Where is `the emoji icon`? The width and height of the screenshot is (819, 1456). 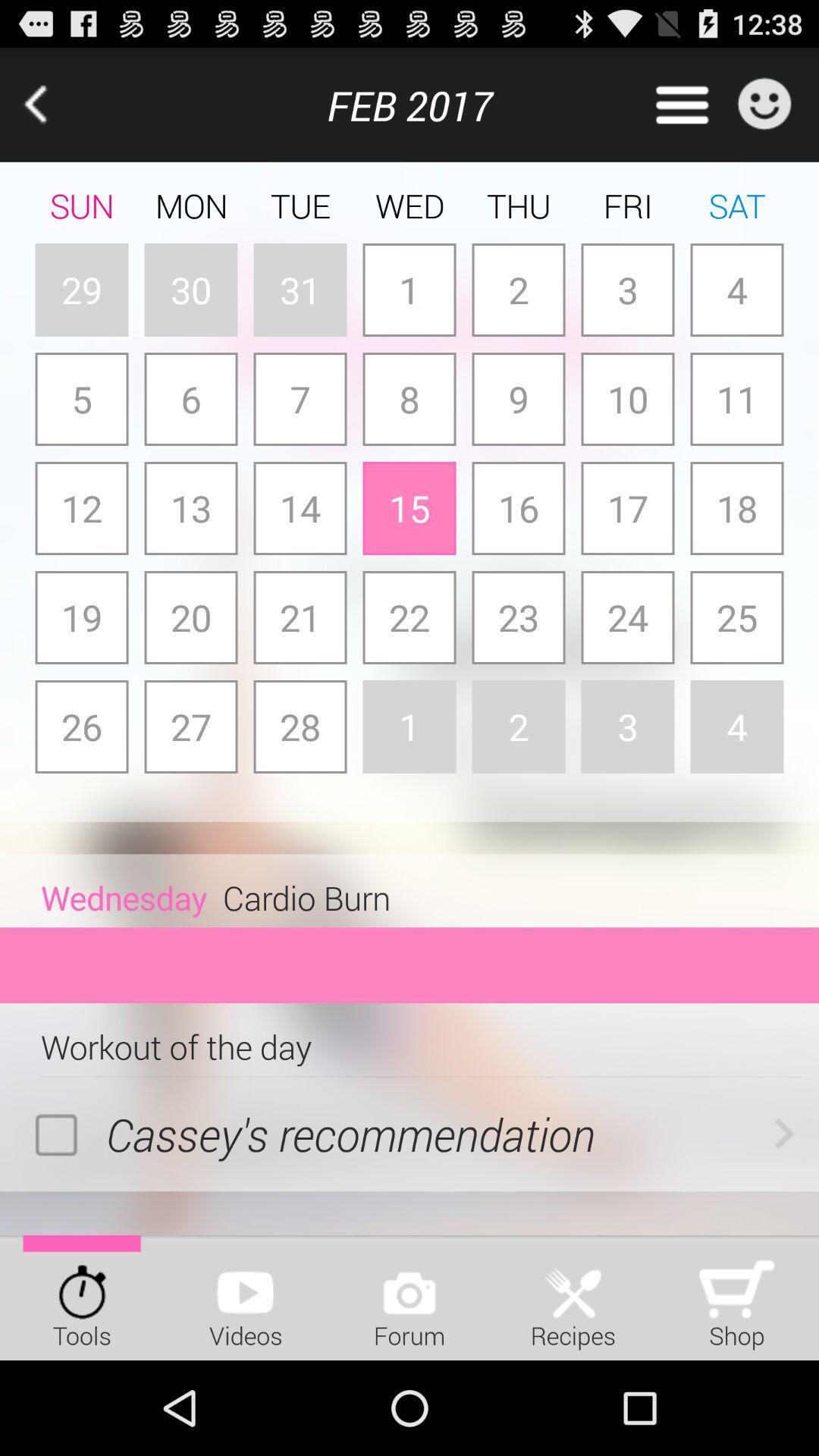
the emoji icon is located at coordinates (764, 111).